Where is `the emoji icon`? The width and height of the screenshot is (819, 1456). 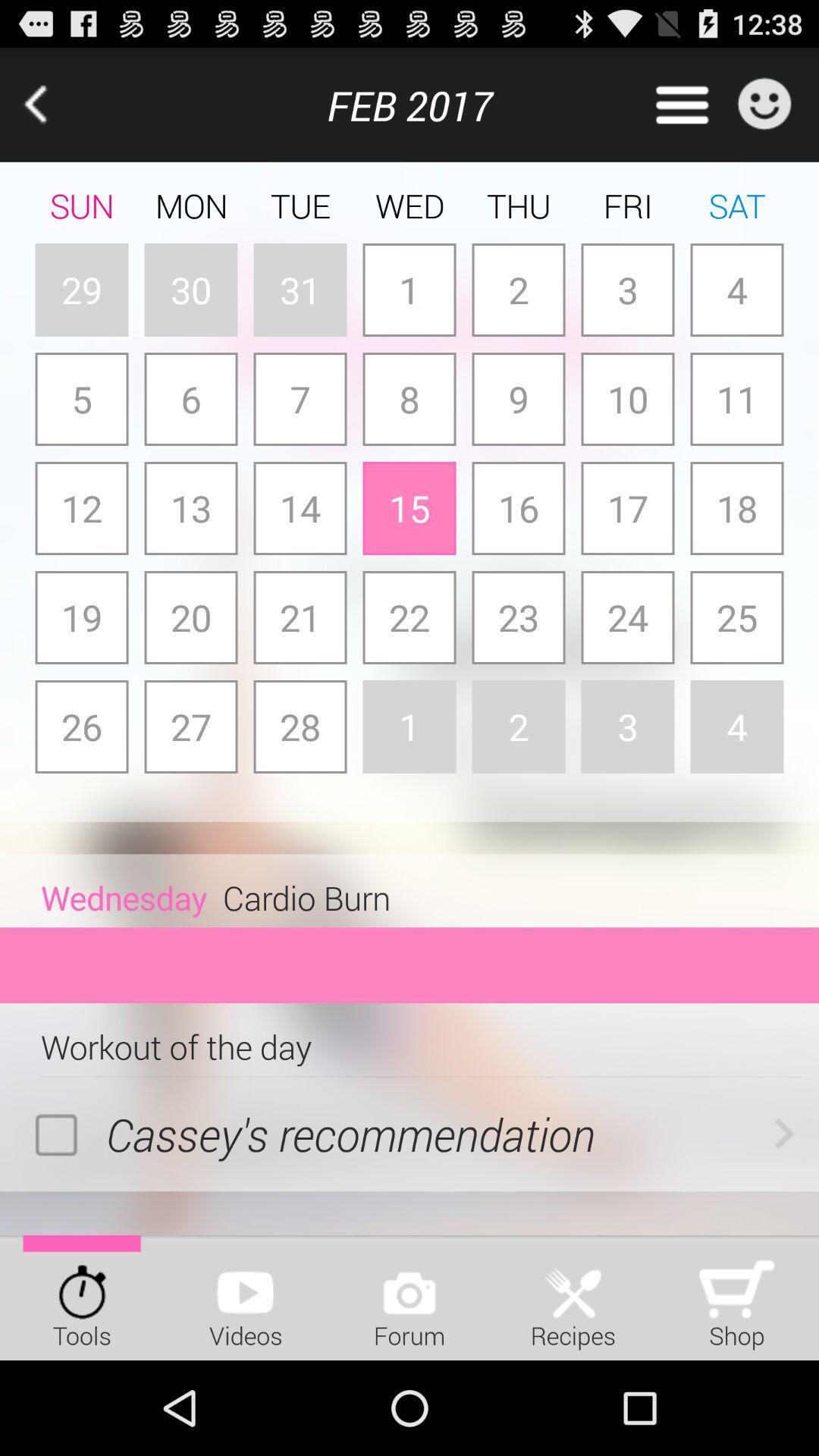
the emoji icon is located at coordinates (764, 111).